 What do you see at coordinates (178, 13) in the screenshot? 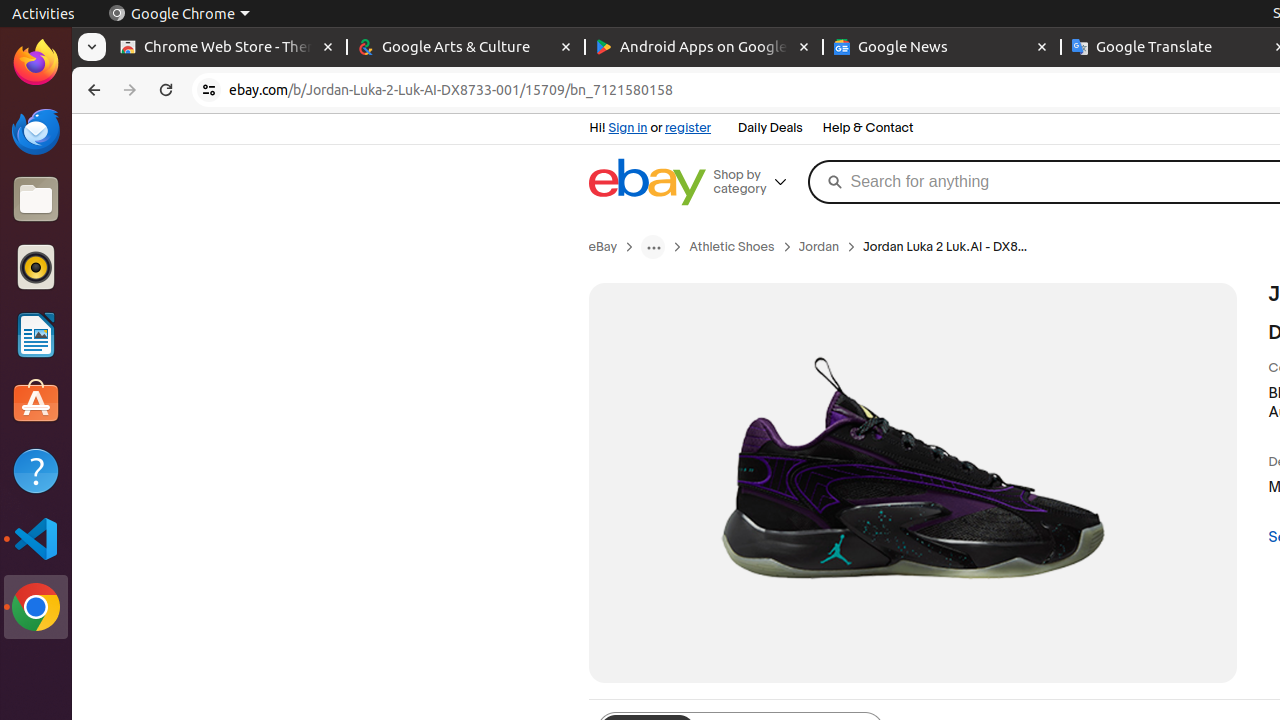
I see `'Google Chrome'` at bounding box center [178, 13].